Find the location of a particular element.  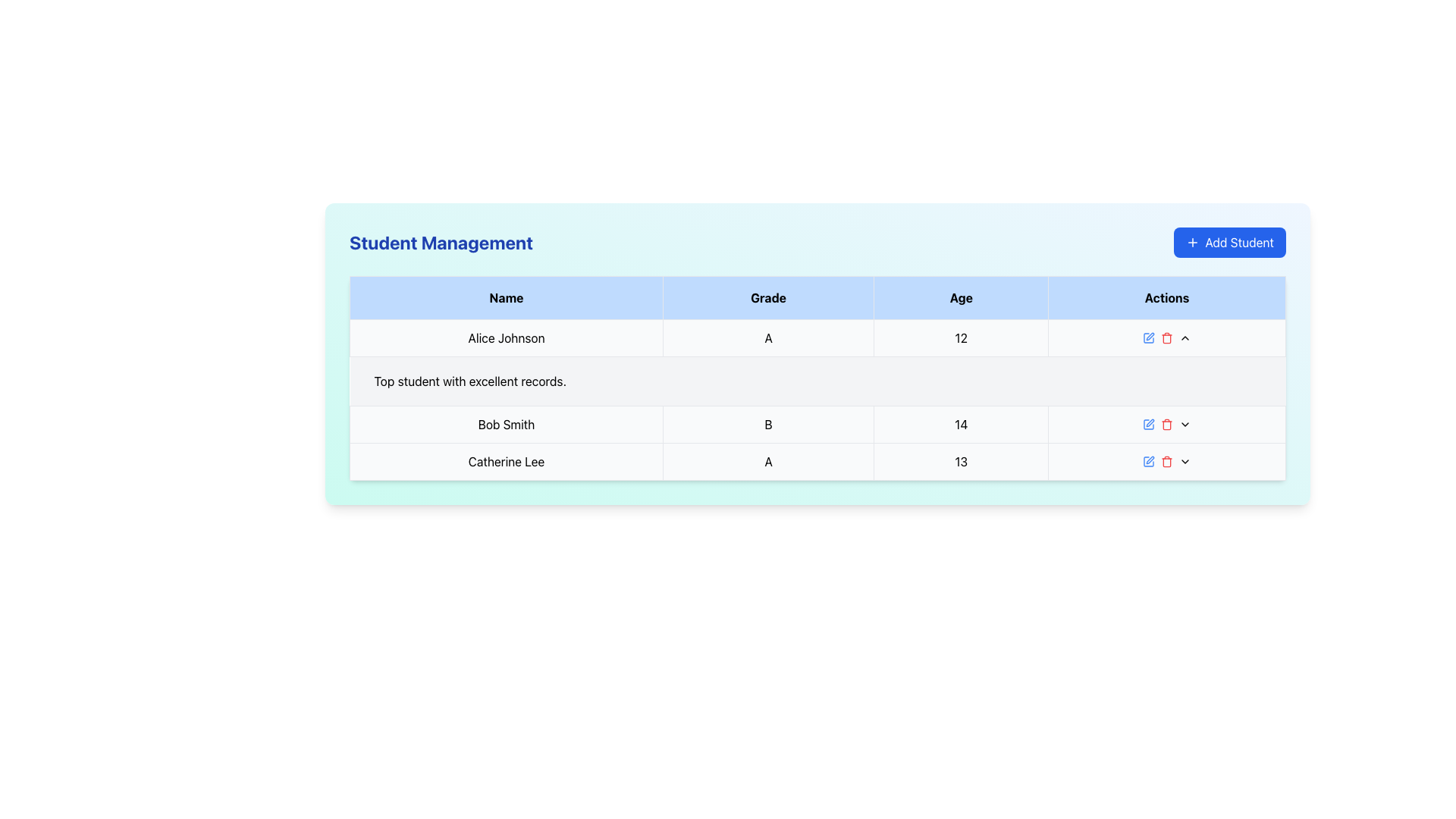

the delete button in the Student Management panel, which is the third button in a horizontal sequence of action buttons located in the rightmost column of the first row of the table is located at coordinates (1166, 337).